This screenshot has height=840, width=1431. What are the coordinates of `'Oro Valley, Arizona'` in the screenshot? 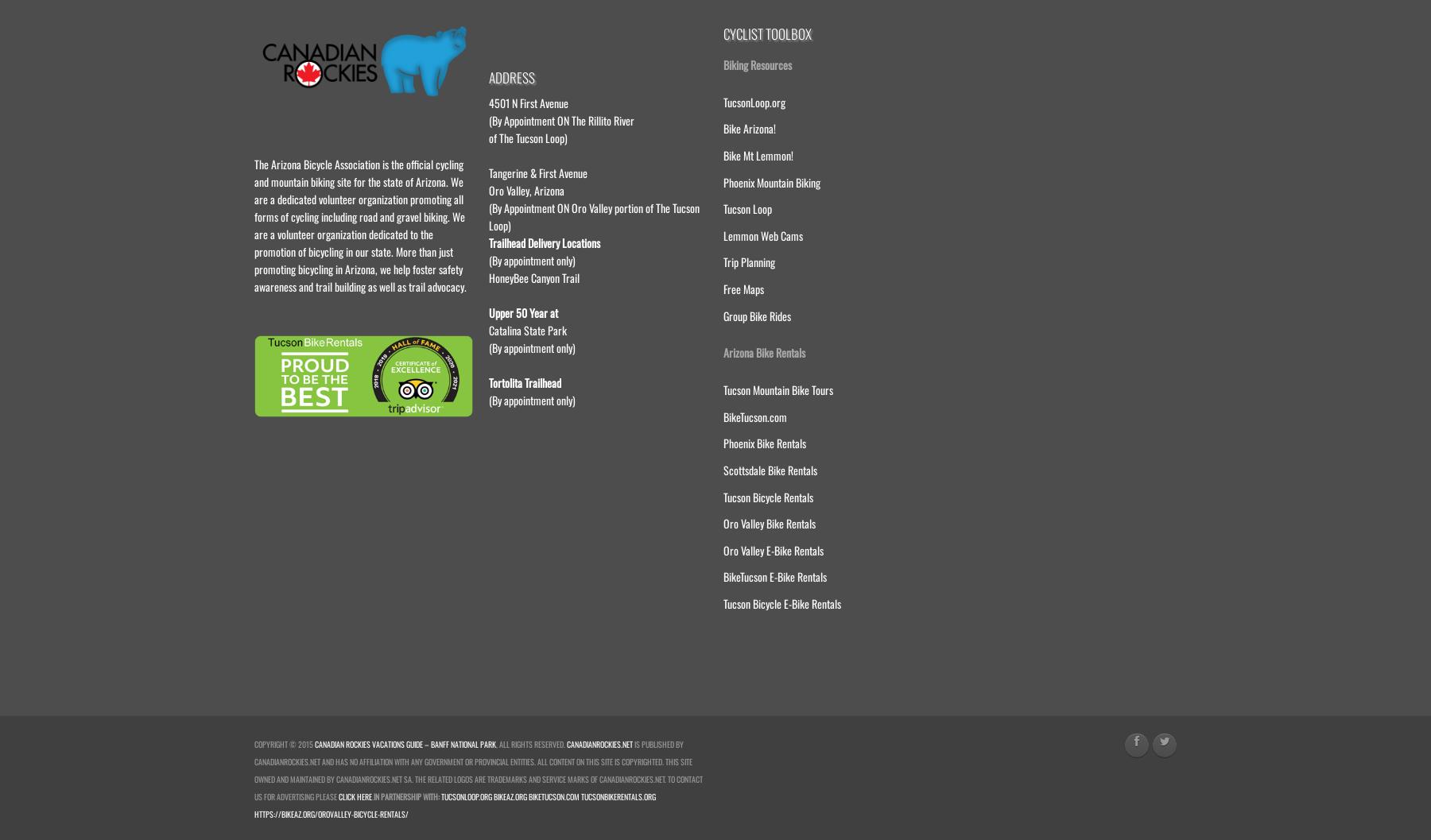 It's located at (526, 188).